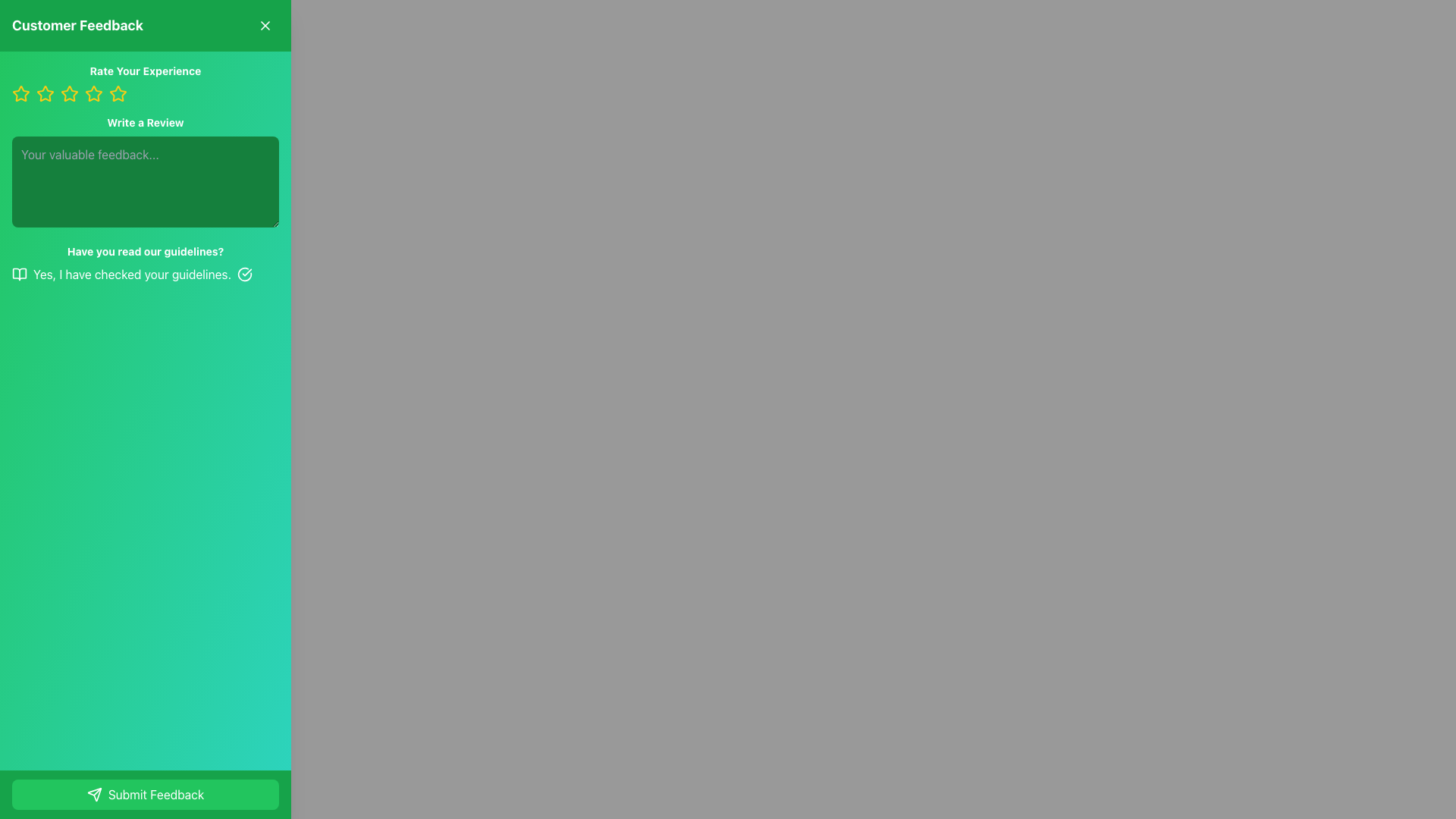  Describe the element at coordinates (44, 93) in the screenshot. I see `the first yellow-bordered star icon under the 'Rate Your Experience' heading` at that location.